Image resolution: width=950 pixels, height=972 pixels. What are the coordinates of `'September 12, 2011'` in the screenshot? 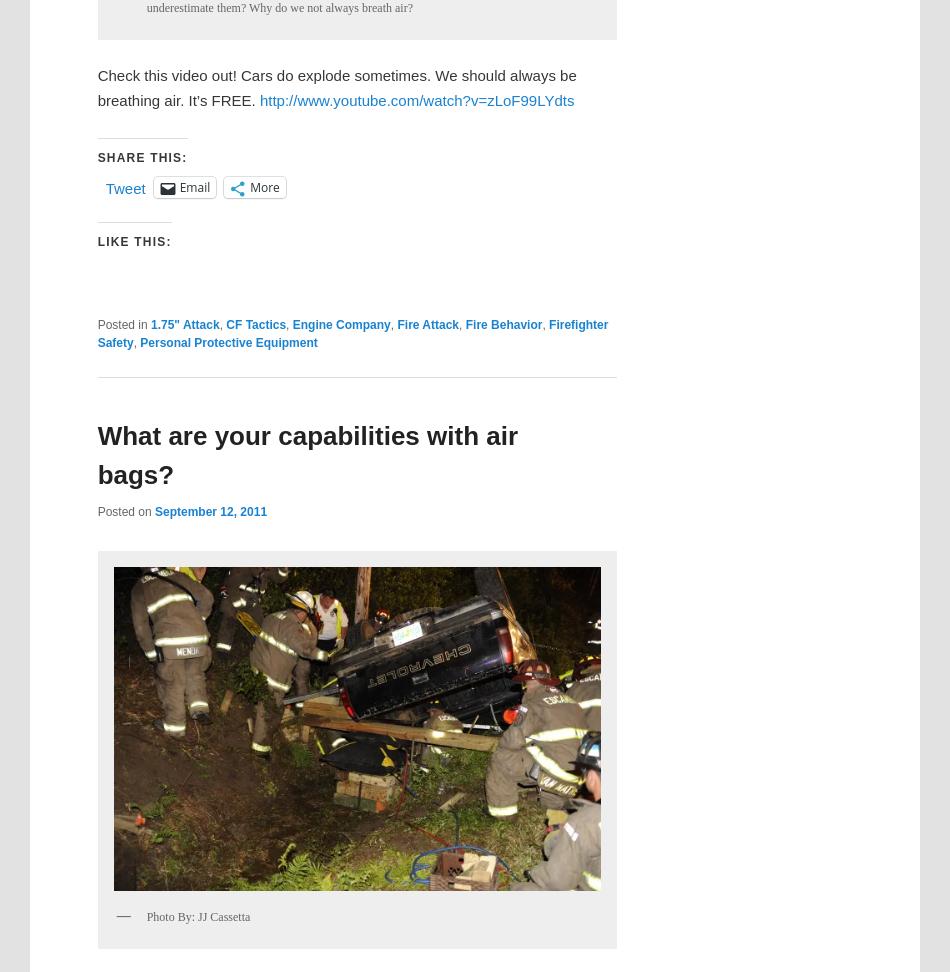 It's located at (210, 510).